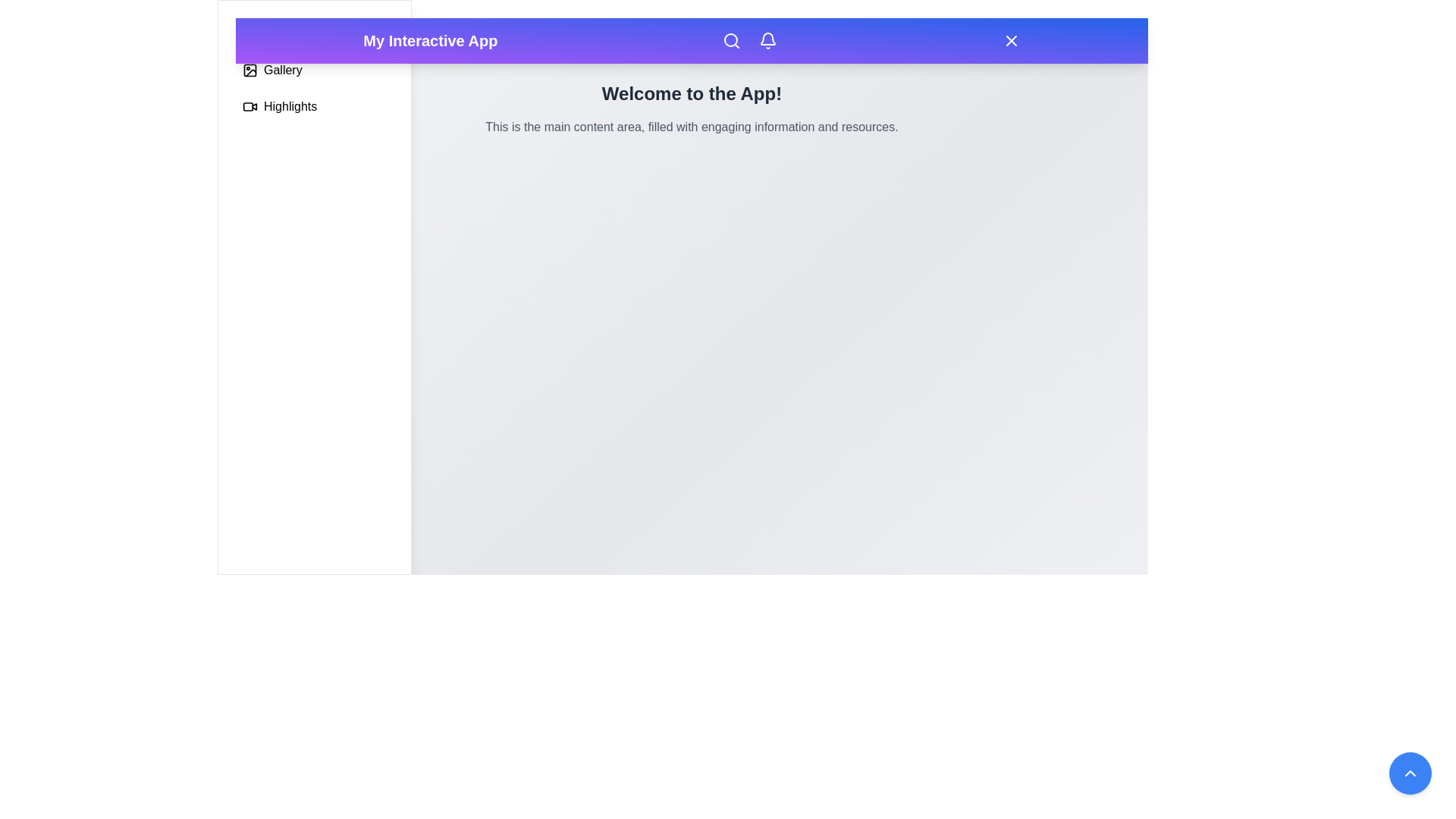 The height and width of the screenshot is (819, 1456). What do you see at coordinates (767, 40) in the screenshot?
I see `the Interactive icon (notification bell) in the top-right corner of the application interface to change its color` at bounding box center [767, 40].